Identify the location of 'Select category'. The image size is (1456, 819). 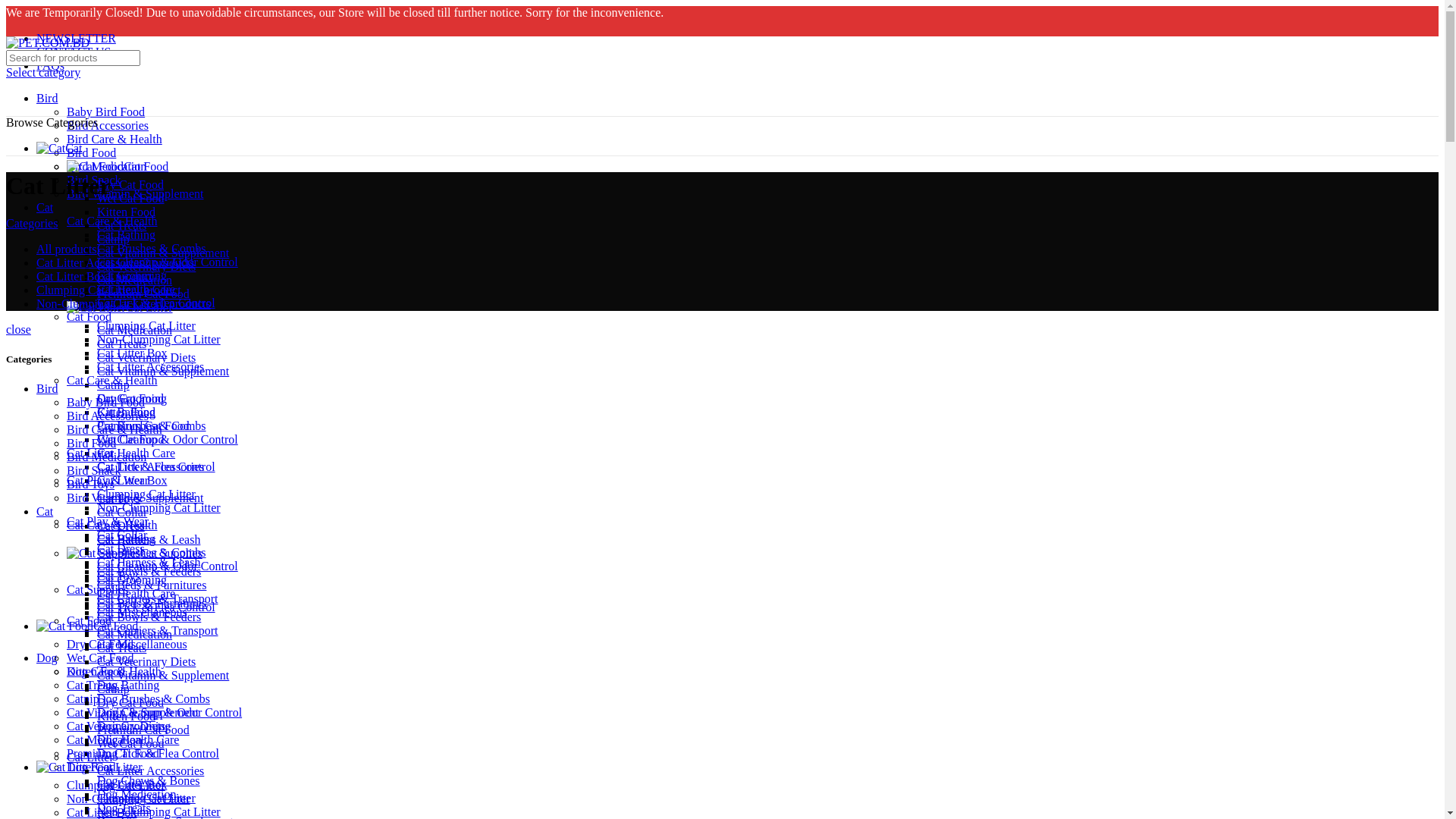
(6, 72).